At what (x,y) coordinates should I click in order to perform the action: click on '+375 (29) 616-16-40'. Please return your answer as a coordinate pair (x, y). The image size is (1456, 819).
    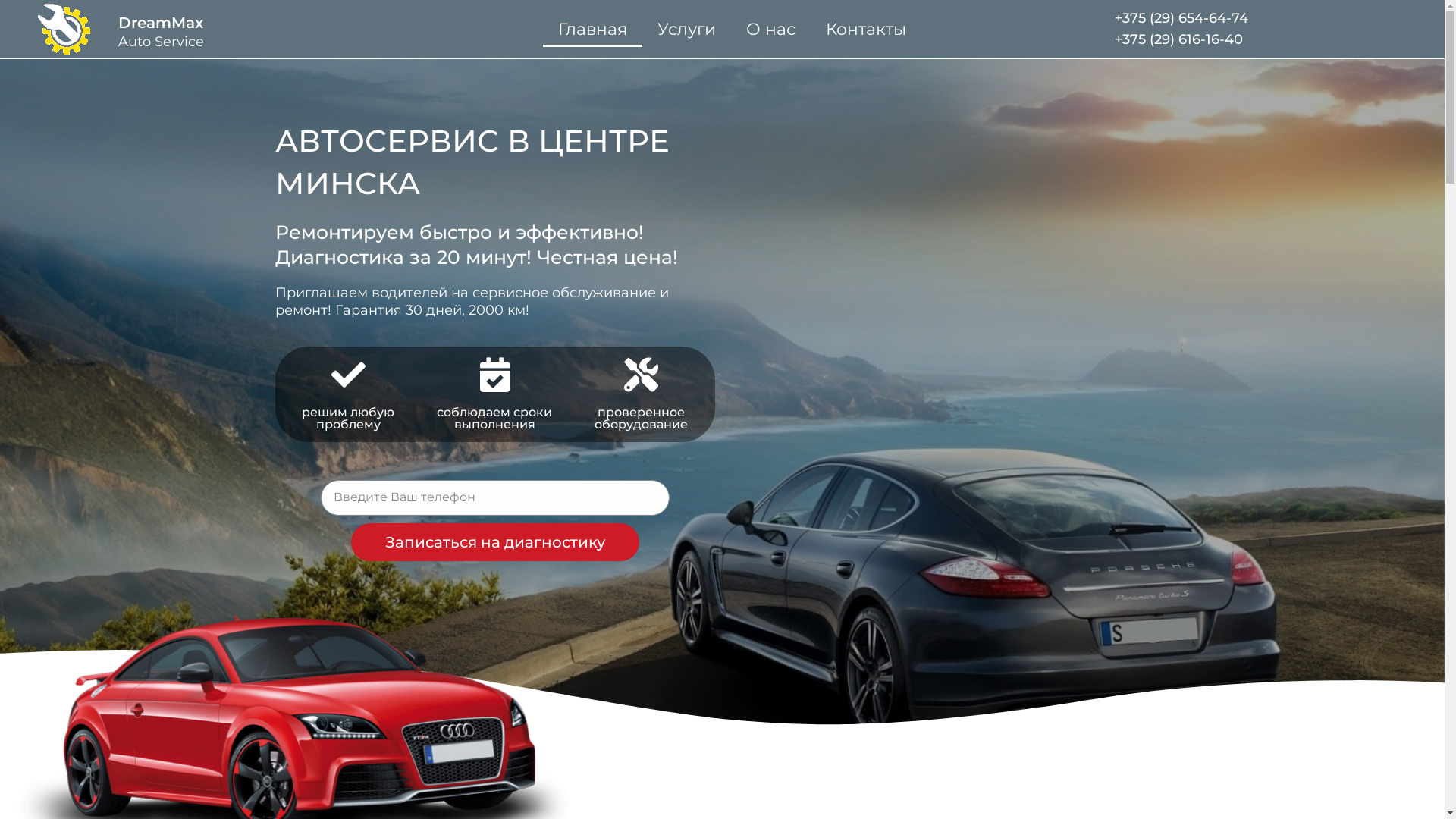
    Looking at the image, I should click on (1178, 38).